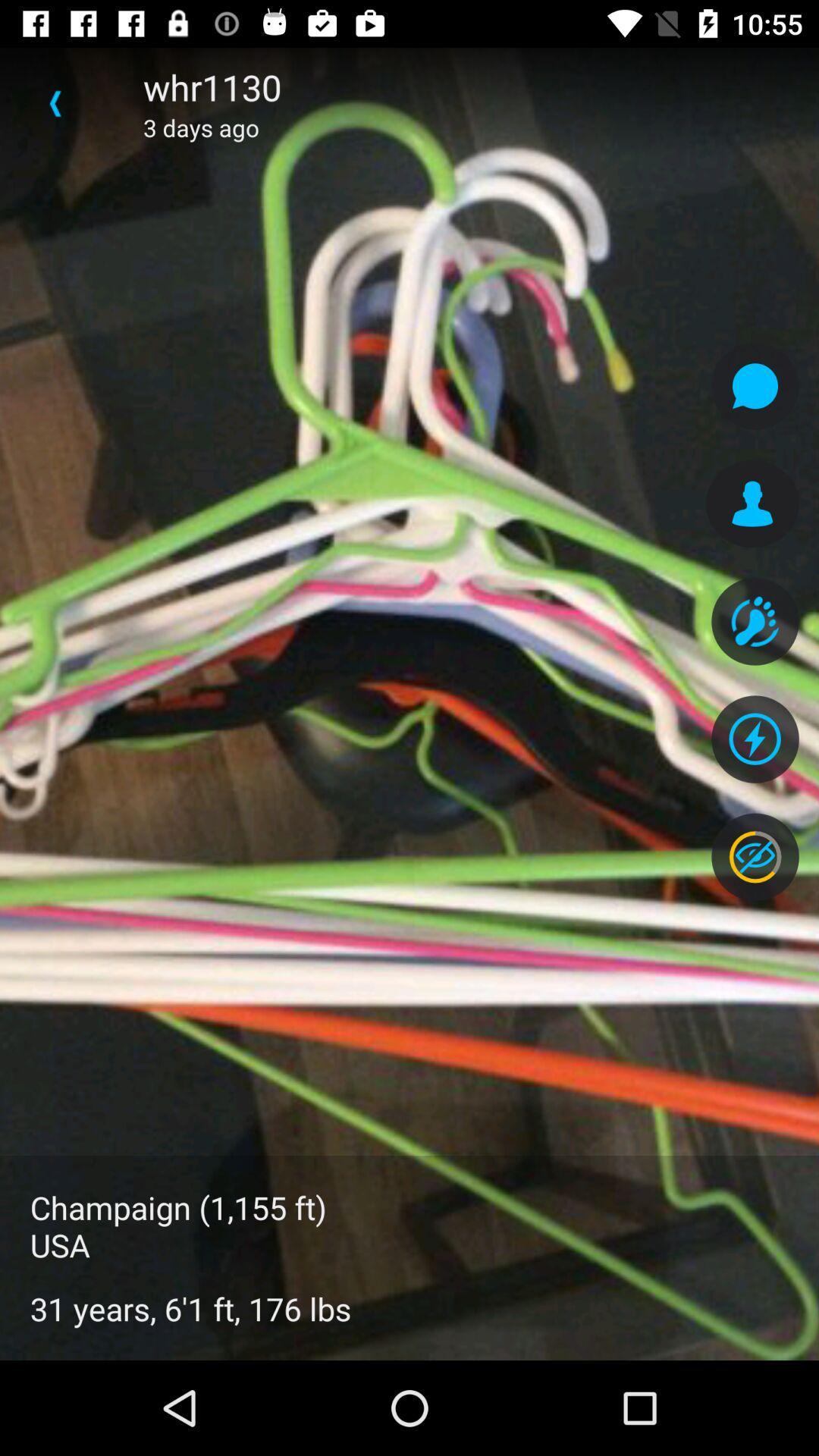 This screenshot has height=1456, width=819. What do you see at coordinates (755, 386) in the screenshot?
I see `the chat icon` at bounding box center [755, 386].